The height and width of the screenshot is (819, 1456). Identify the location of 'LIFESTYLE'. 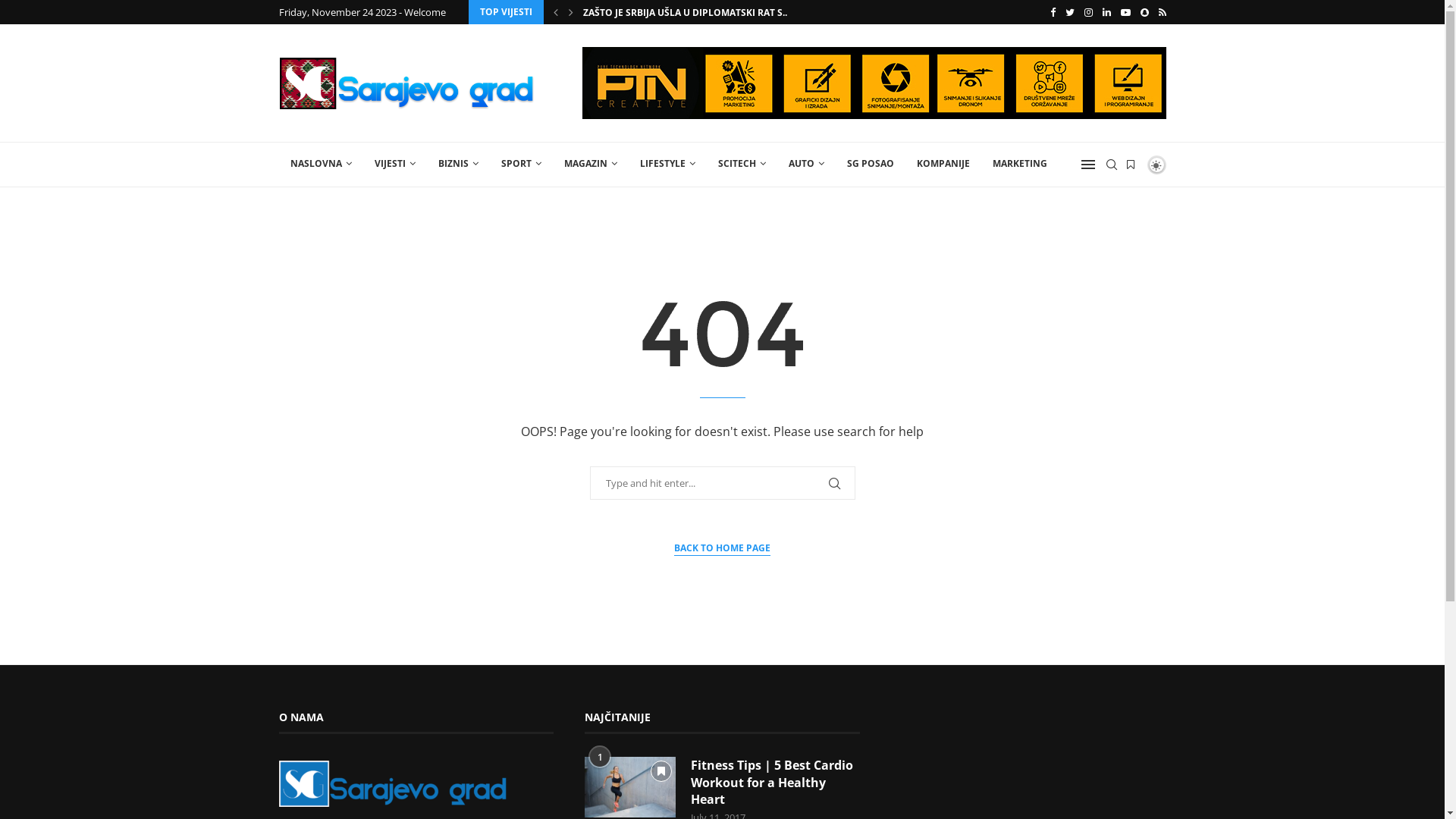
(667, 164).